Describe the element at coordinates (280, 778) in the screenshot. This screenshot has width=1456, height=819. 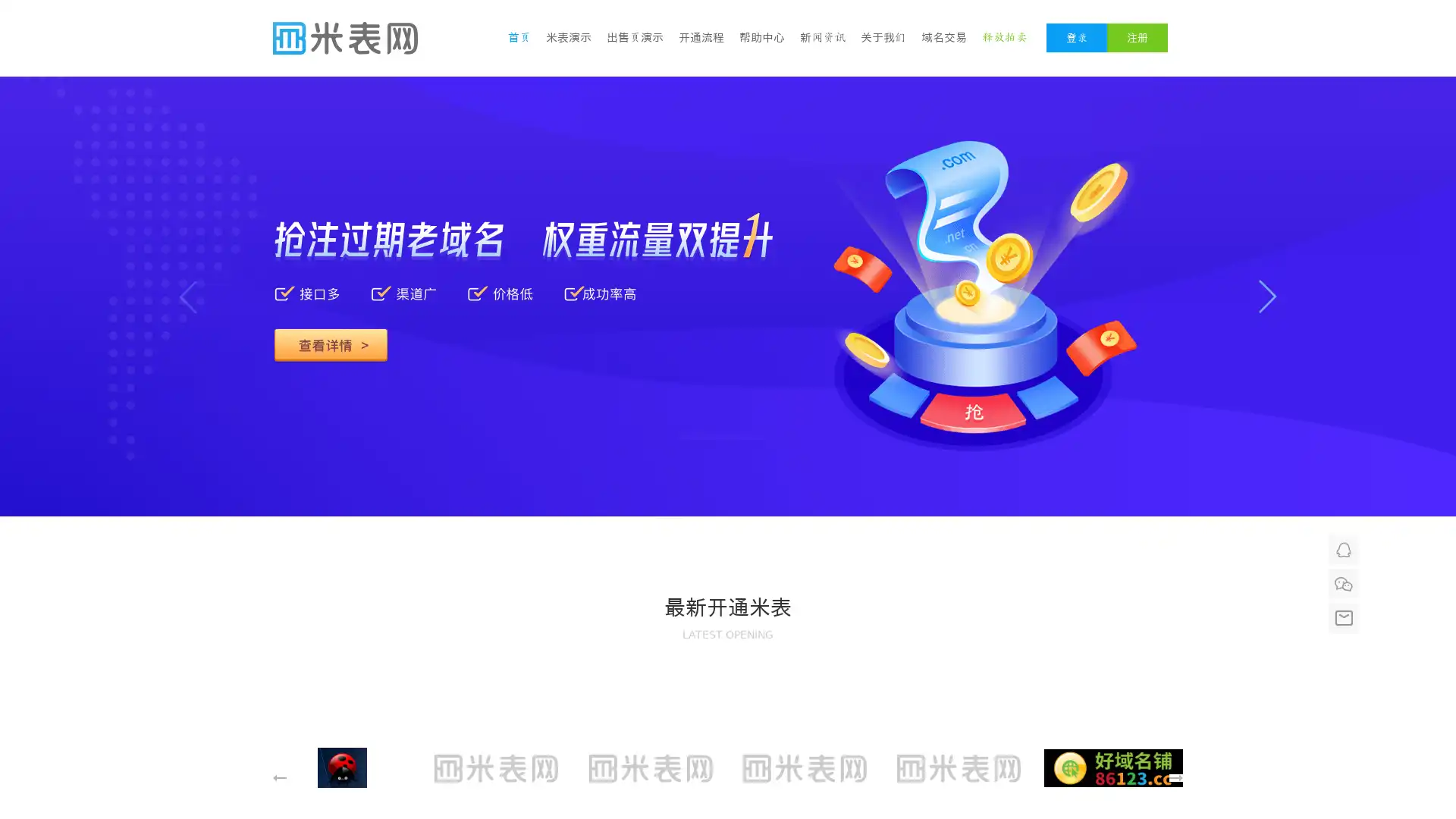
I see `Previous slide` at that location.